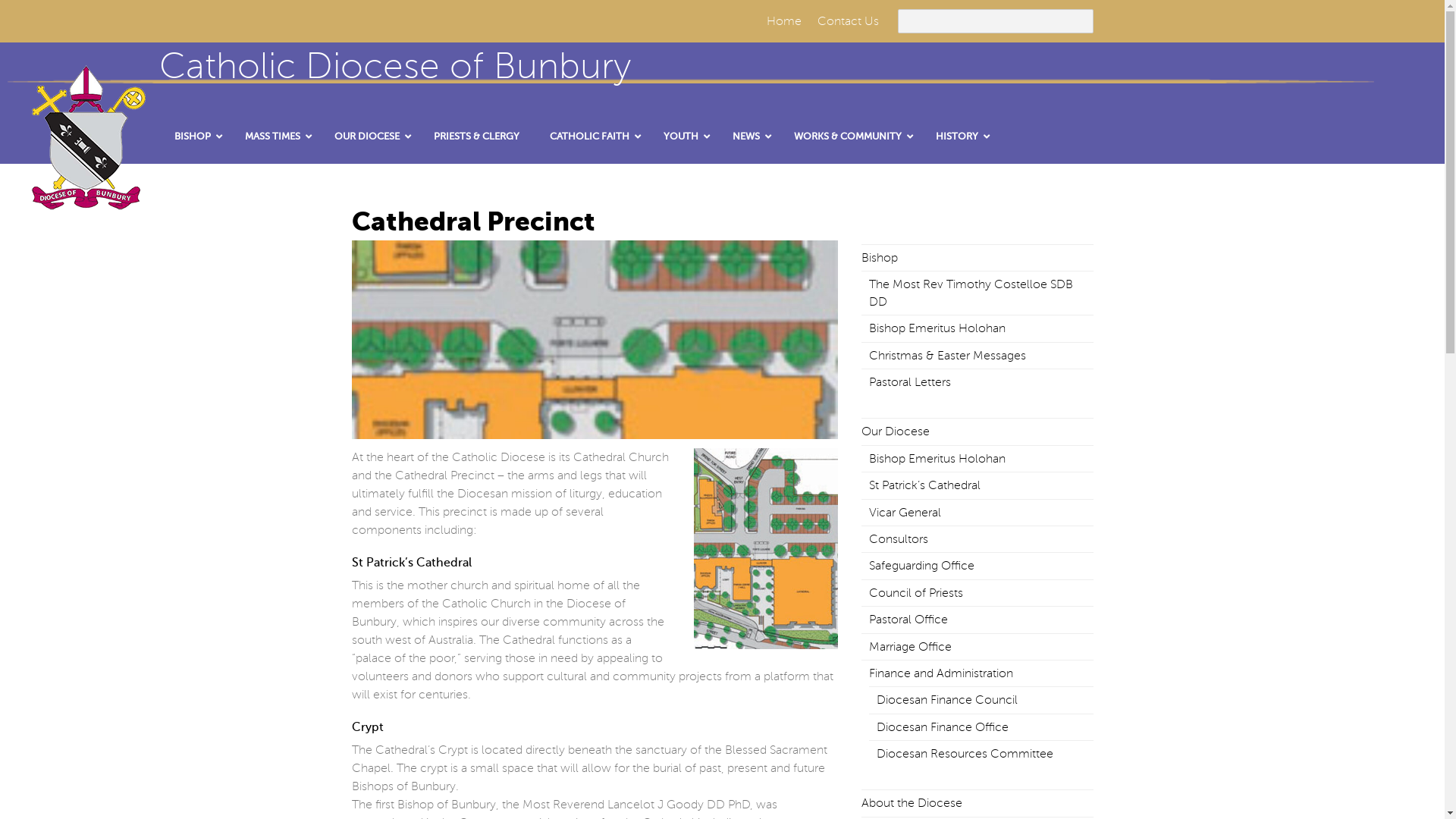 This screenshot has height=819, width=1456. What do you see at coordinates (861, 256) in the screenshot?
I see `'Bishop'` at bounding box center [861, 256].